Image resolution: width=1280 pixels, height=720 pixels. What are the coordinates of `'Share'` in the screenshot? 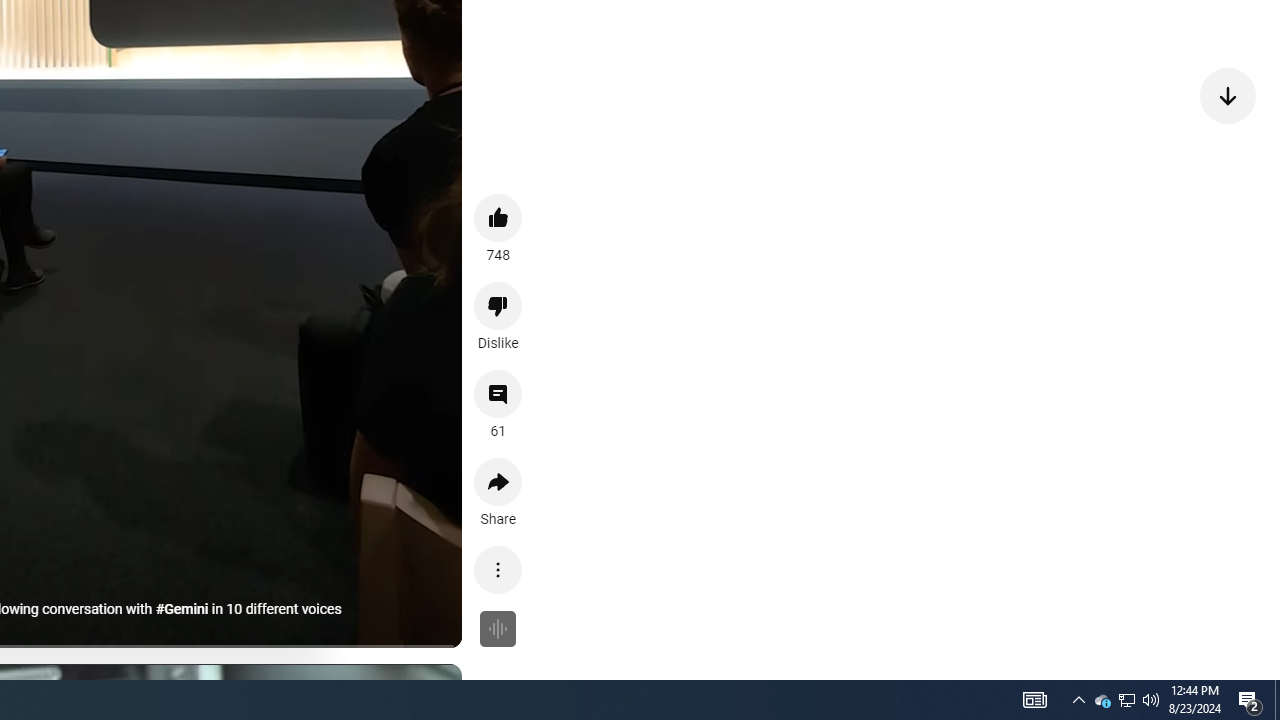 It's located at (498, 482).